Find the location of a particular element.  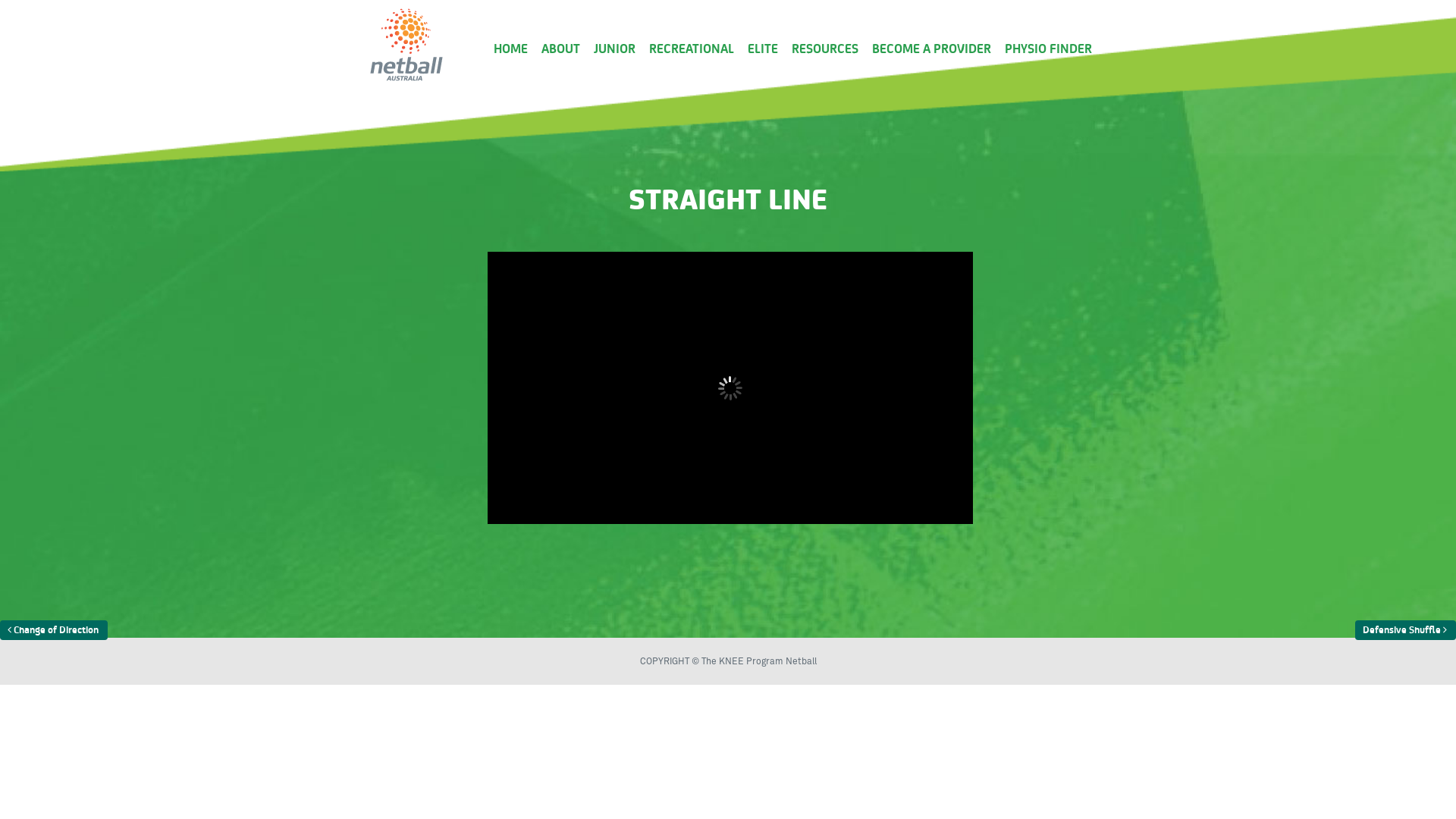

'RECREATIONAL' is located at coordinates (635, 48).